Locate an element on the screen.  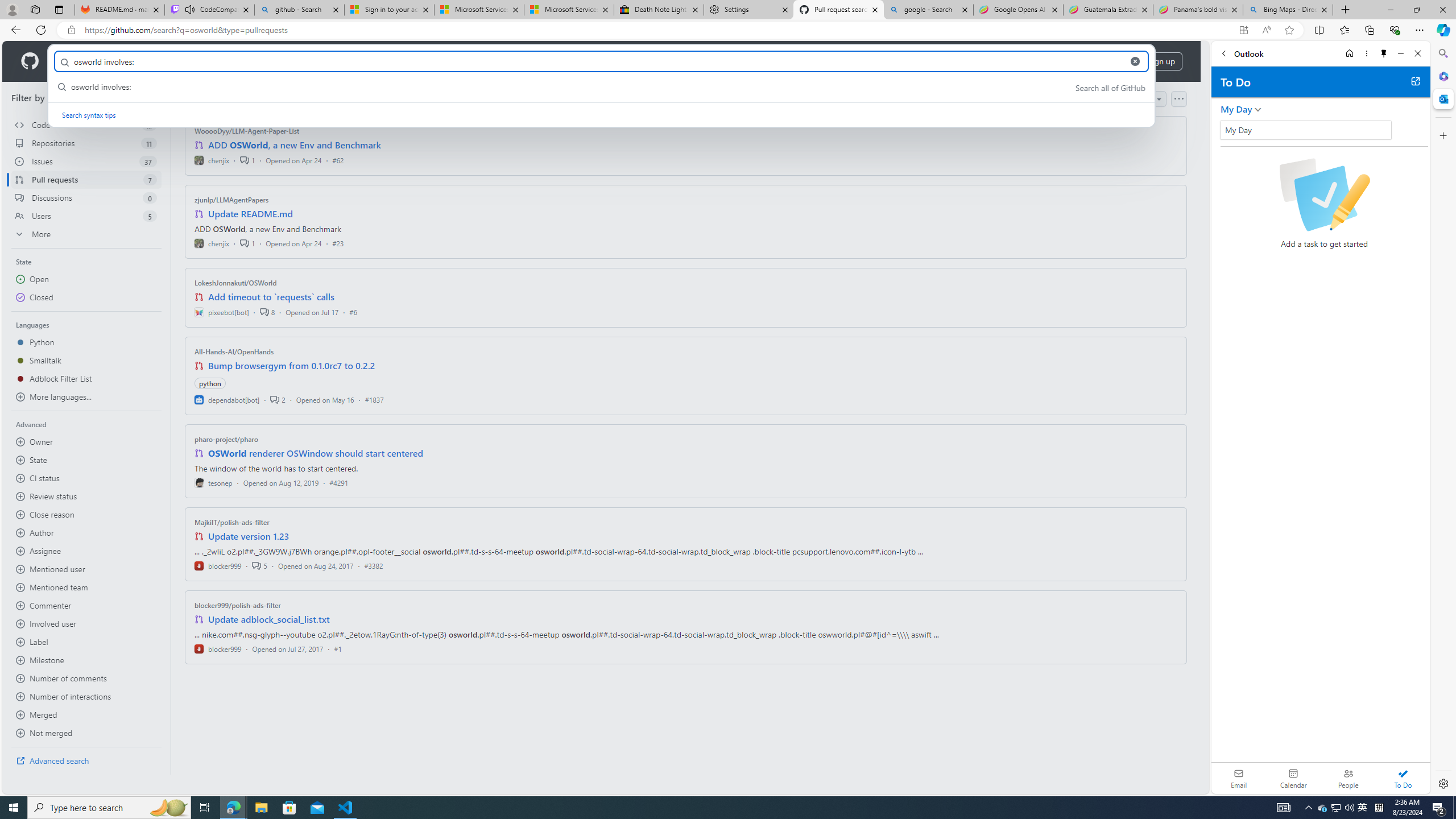
'Enterprise' is located at coordinates (320, 61).